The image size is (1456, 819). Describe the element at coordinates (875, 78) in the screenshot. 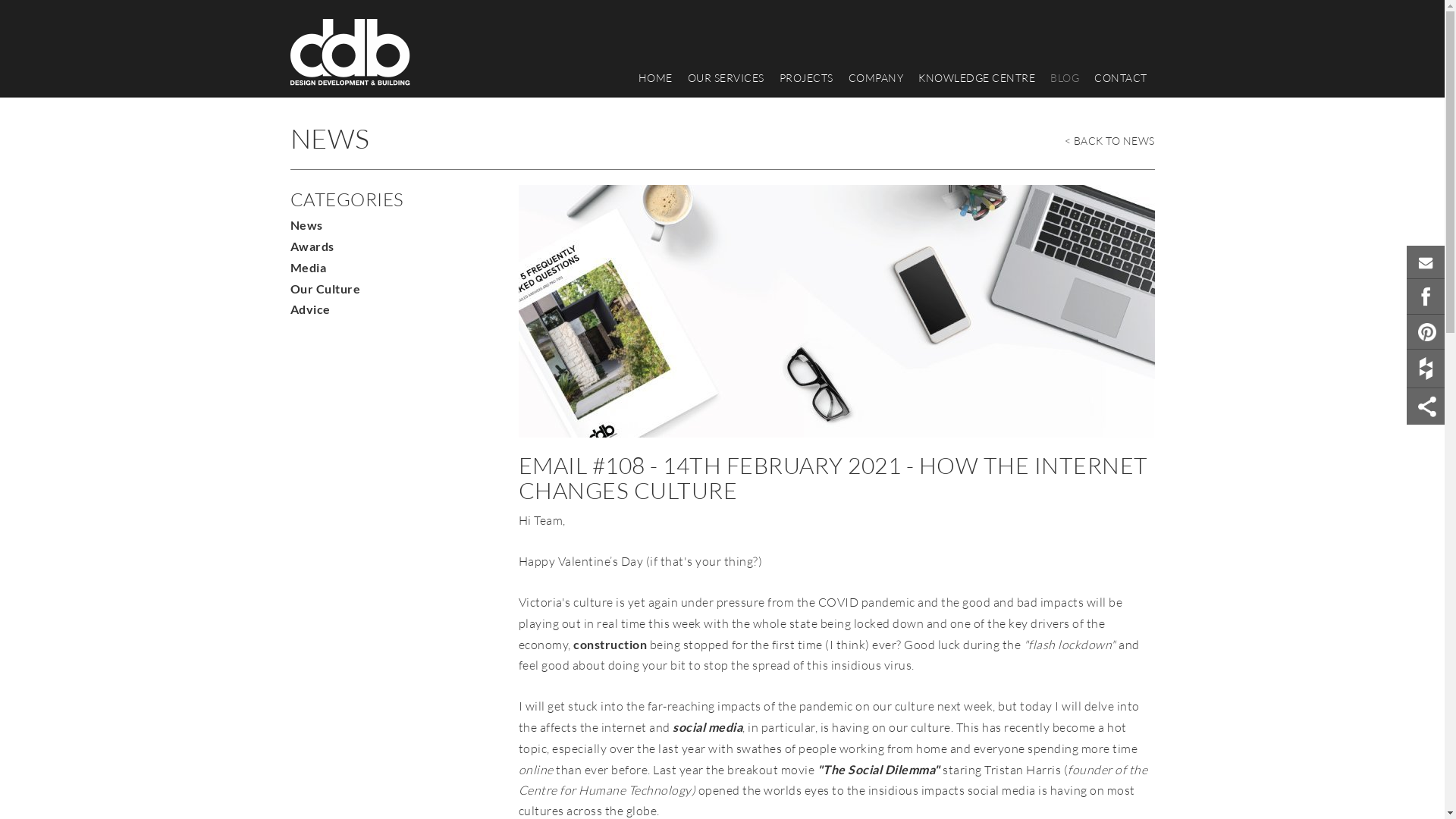

I see `'COMPANY'` at that location.